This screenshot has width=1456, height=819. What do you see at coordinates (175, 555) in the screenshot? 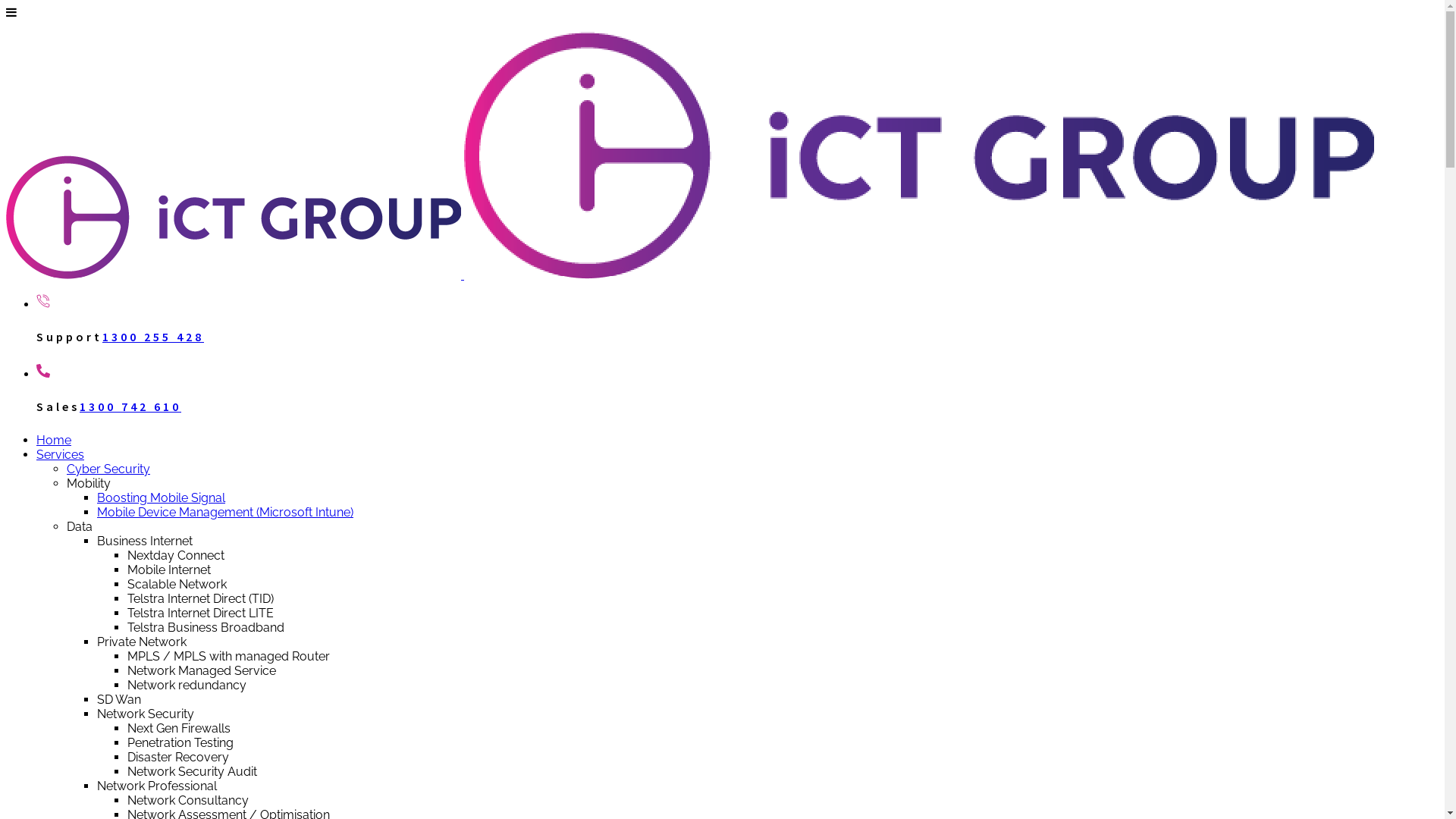
I see `'Nextday Connect'` at bounding box center [175, 555].